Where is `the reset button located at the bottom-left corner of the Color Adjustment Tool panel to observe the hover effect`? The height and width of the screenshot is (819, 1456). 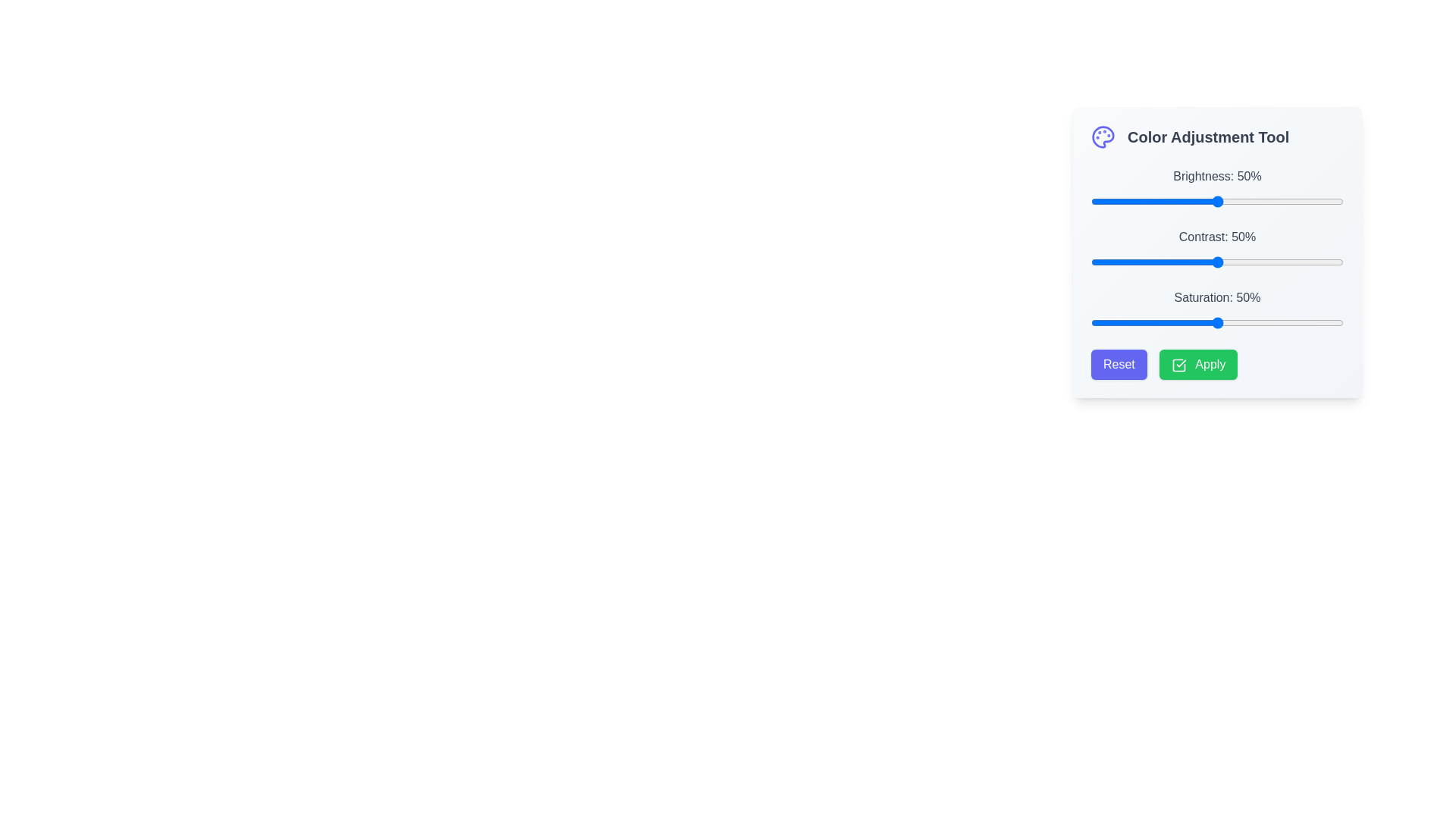
the reset button located at the bottom-left corner of the Color Adjustment Tool panel to observe the hover effect is located at coordinates (1119, 365).